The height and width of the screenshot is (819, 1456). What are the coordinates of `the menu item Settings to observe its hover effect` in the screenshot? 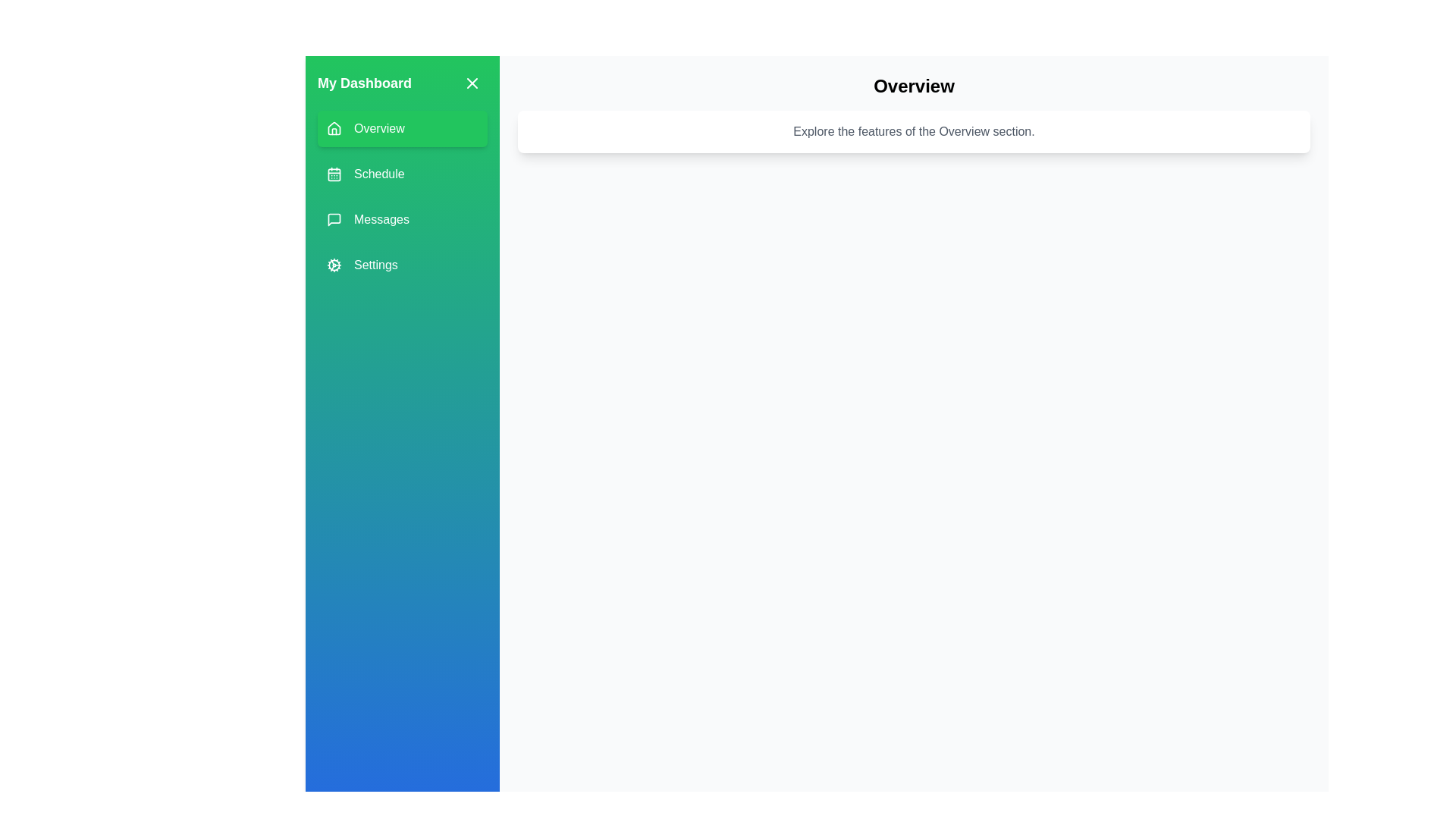 It's located at (403, 265).